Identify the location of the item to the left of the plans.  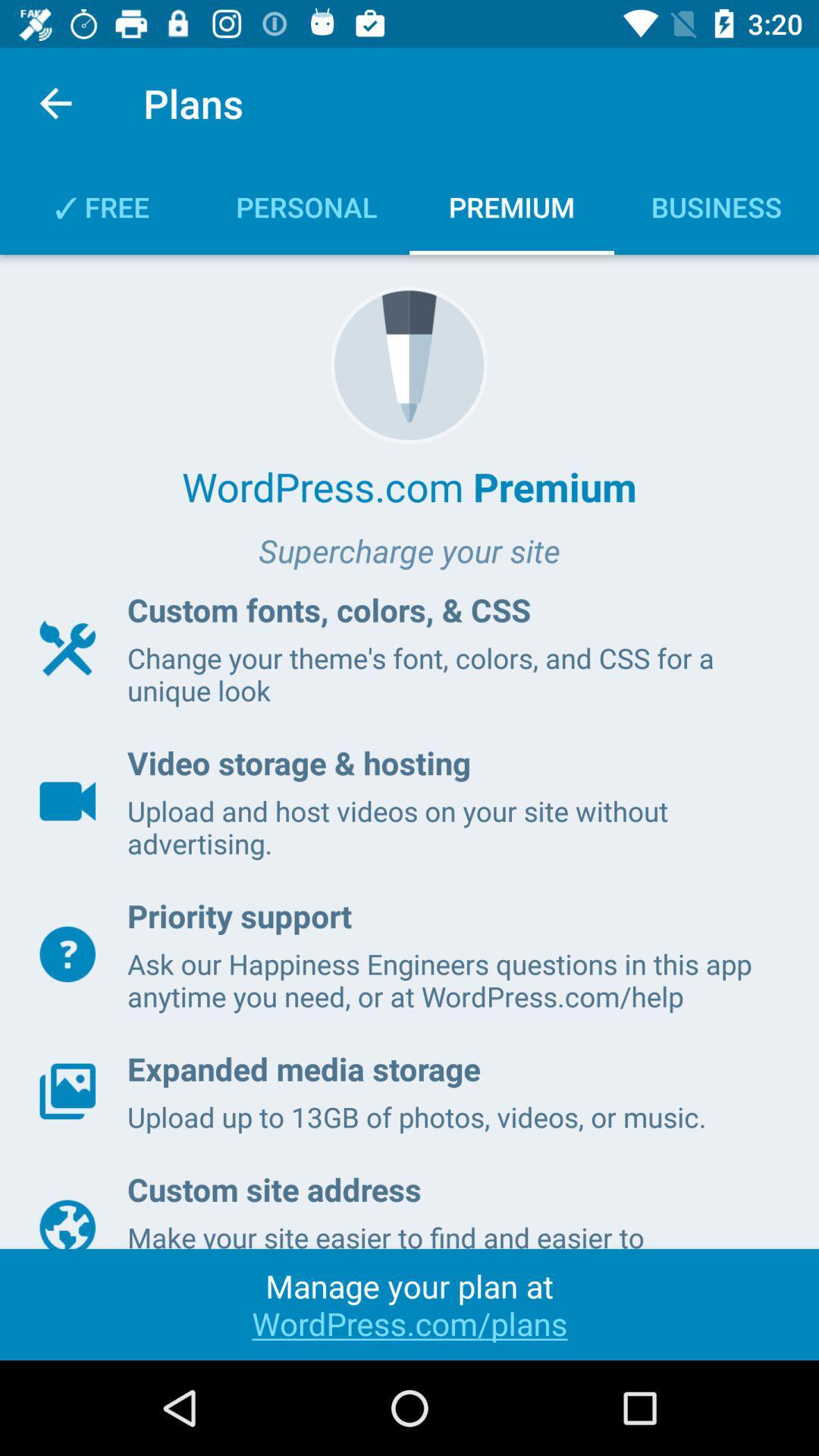
(55, 102).